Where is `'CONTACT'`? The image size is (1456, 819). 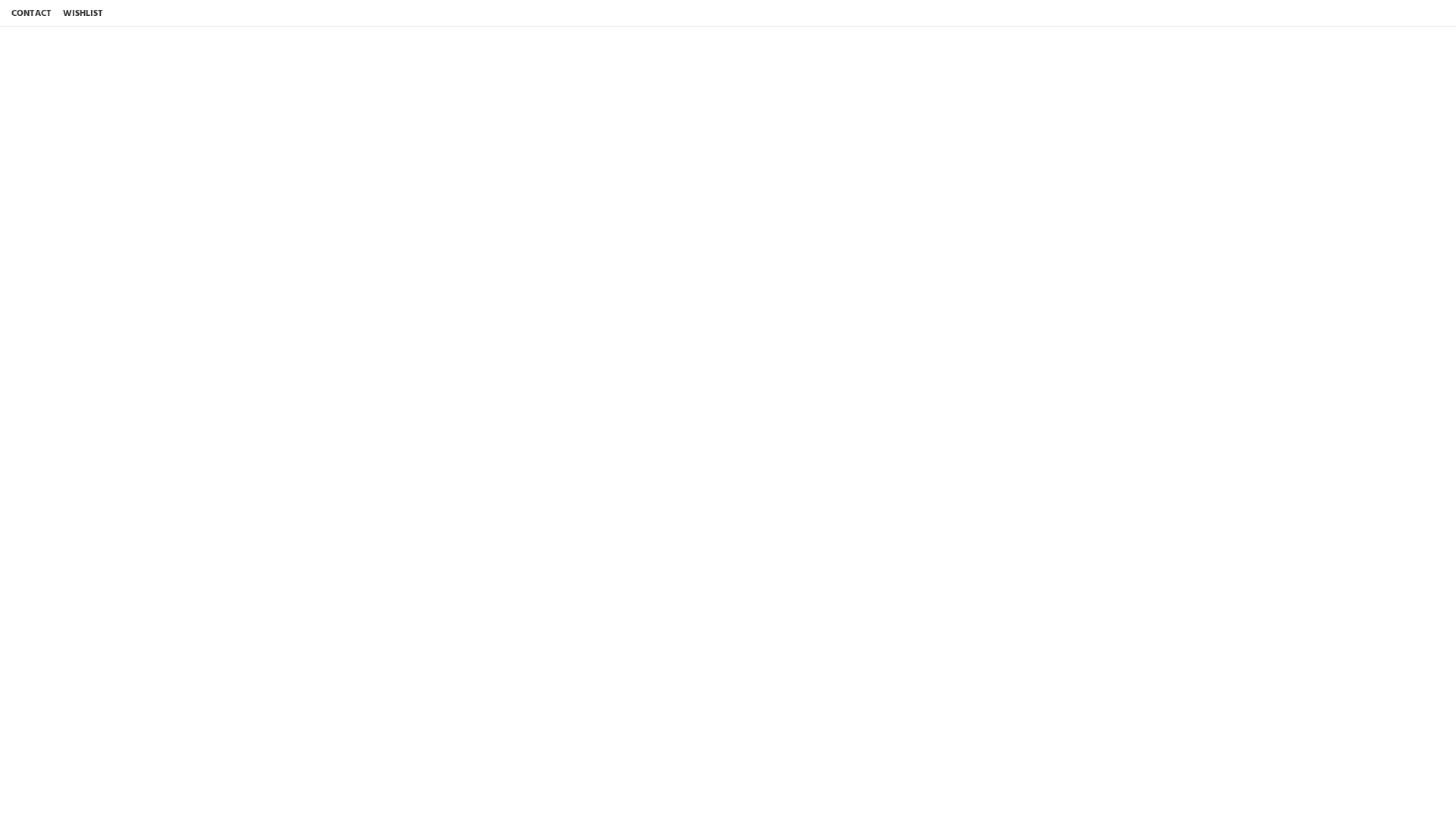 'CONTACT' is located at coordinates (7, 13).